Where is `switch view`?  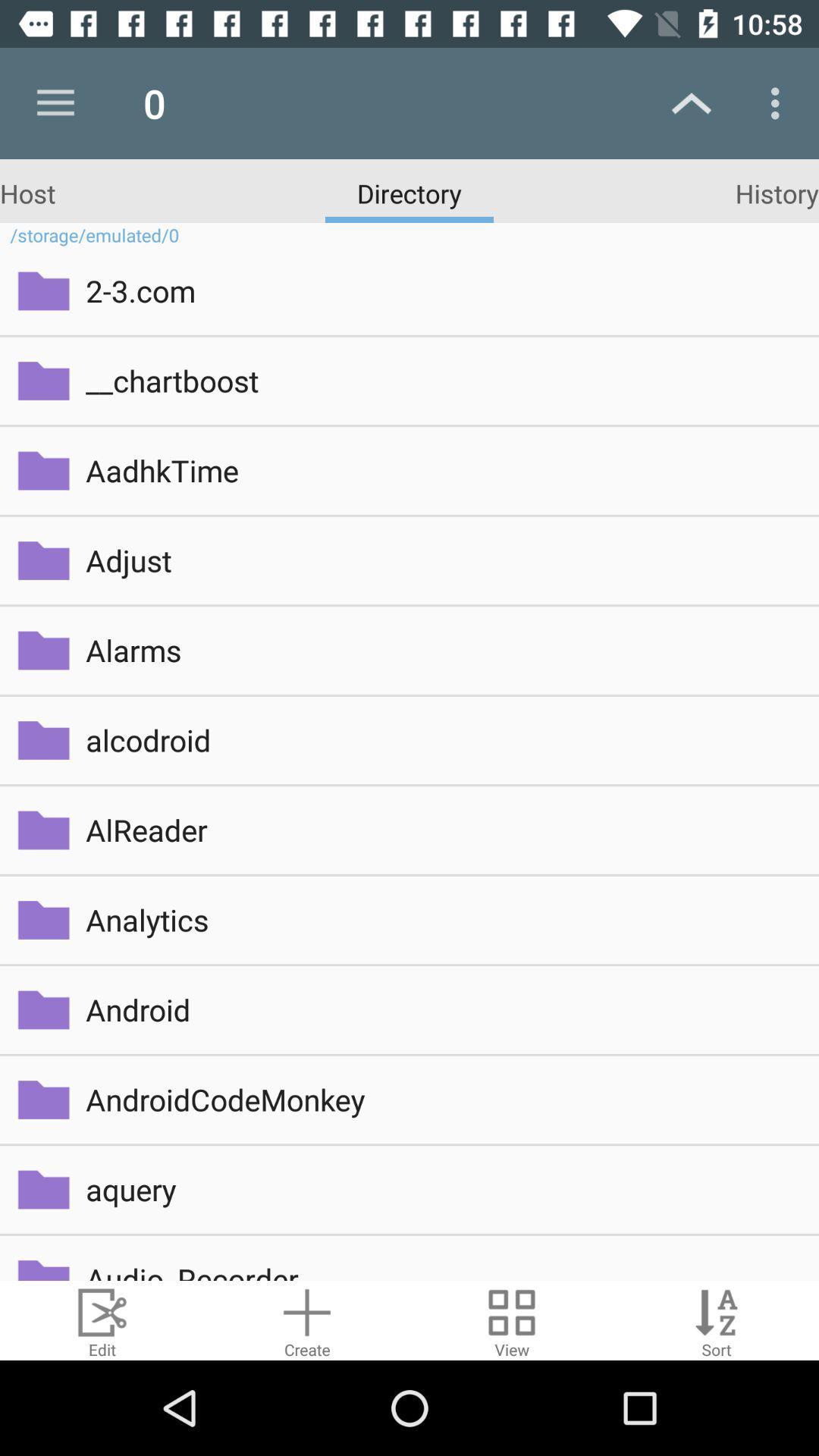 switch view is located at coordinates (512, 1319).